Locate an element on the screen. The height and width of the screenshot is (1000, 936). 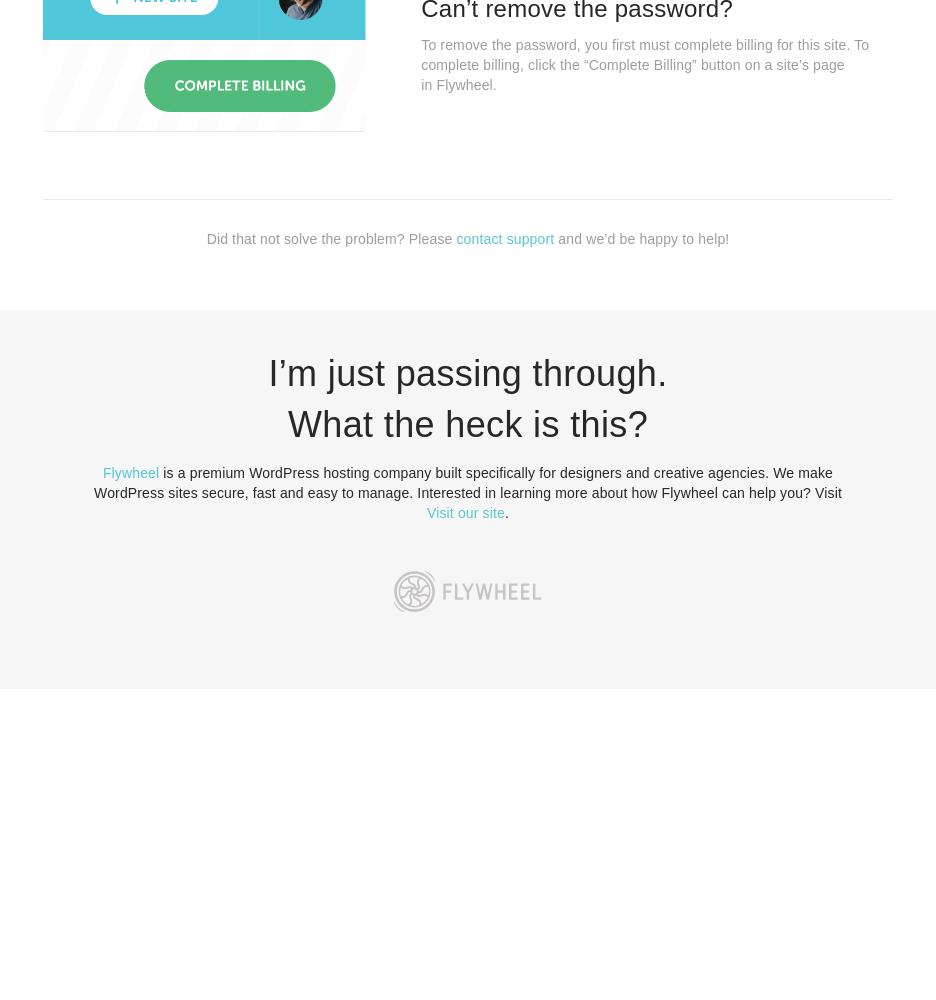
'What the heck is this?' is located at coordinates (467, 423).